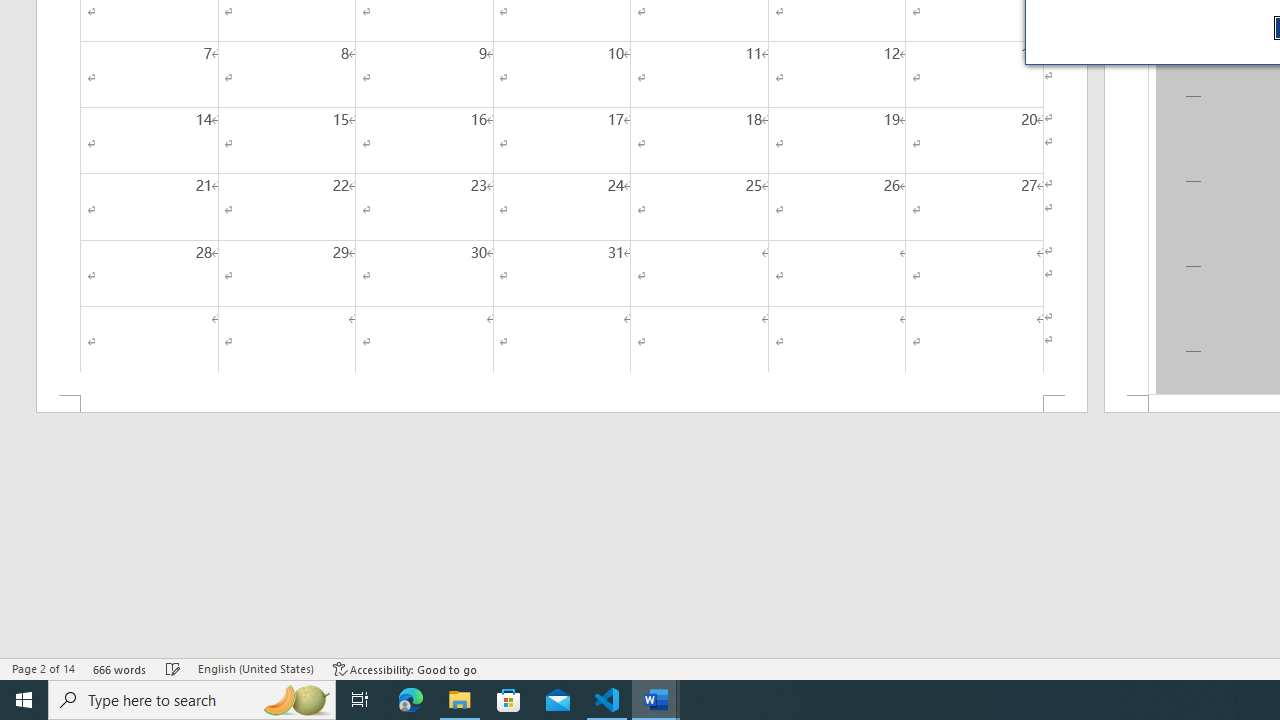 Image resolution: width=1280 pixels, height=720 pixels. What do you see at coordinates (404, 669) in the screenshot?
I see `'Accessibility Checker Accessibility: Good to go'` at bounding box center [404, 669].